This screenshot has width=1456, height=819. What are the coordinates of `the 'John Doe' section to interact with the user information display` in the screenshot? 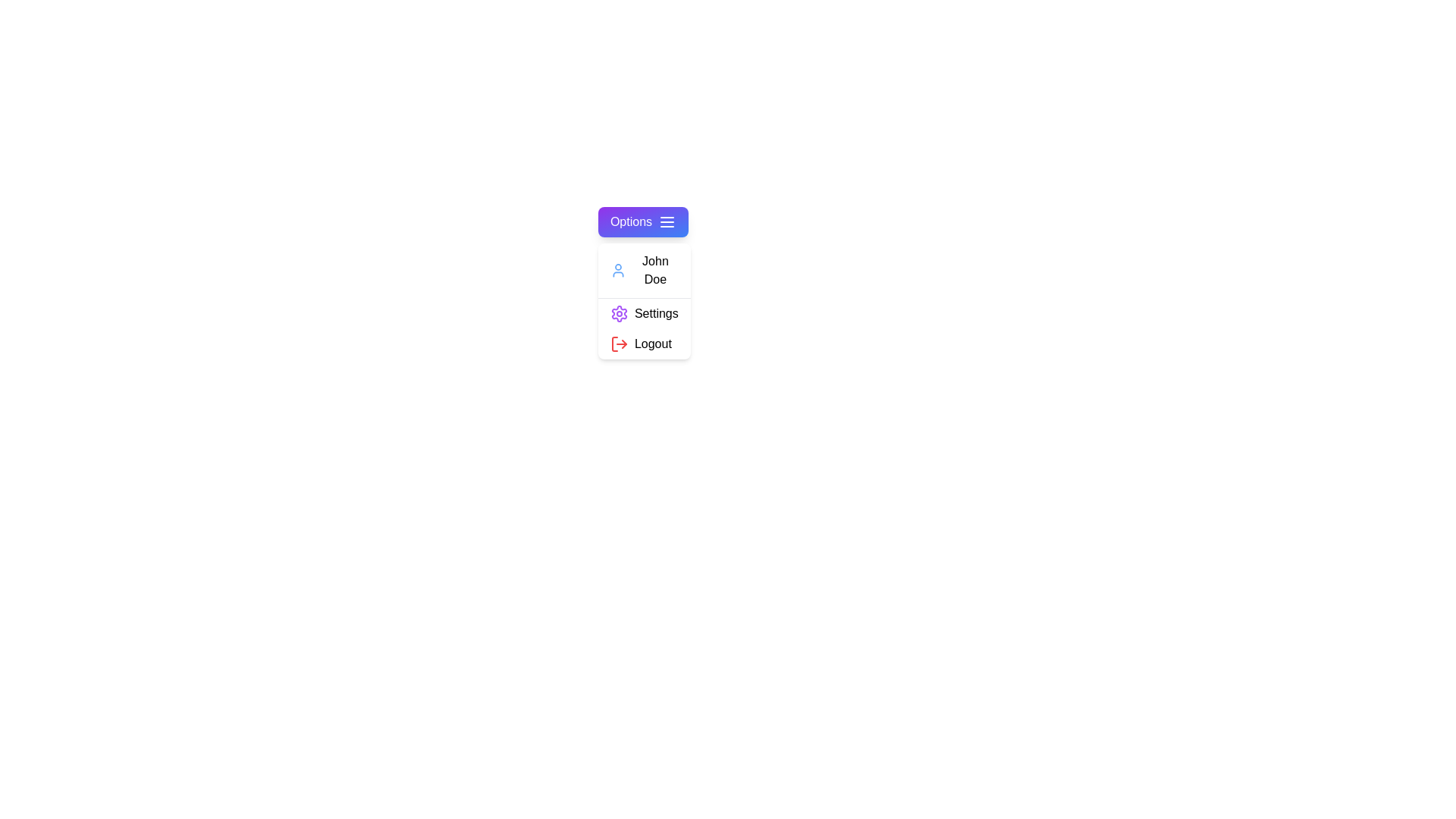 It's located at (644, 270).